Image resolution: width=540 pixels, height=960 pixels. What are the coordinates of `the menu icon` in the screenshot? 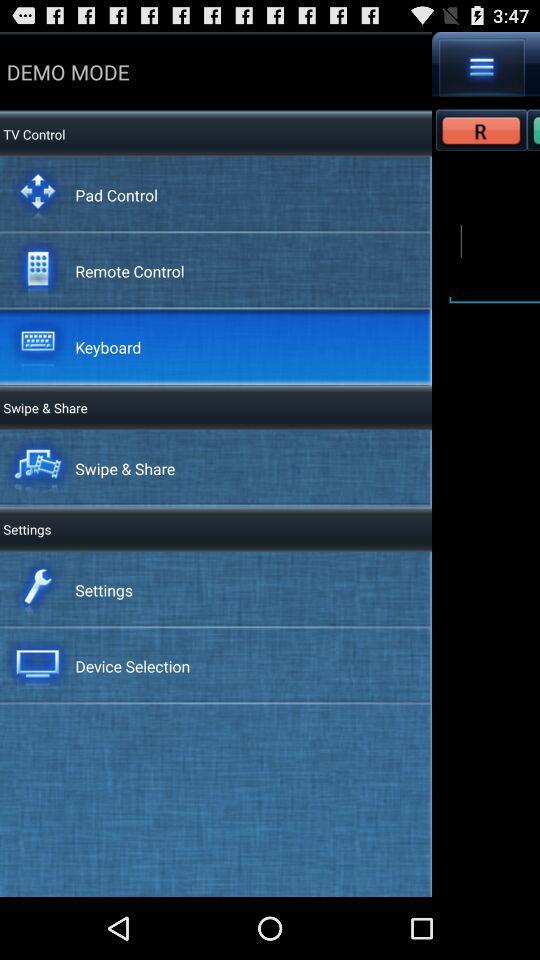 It's located at (481, 71).